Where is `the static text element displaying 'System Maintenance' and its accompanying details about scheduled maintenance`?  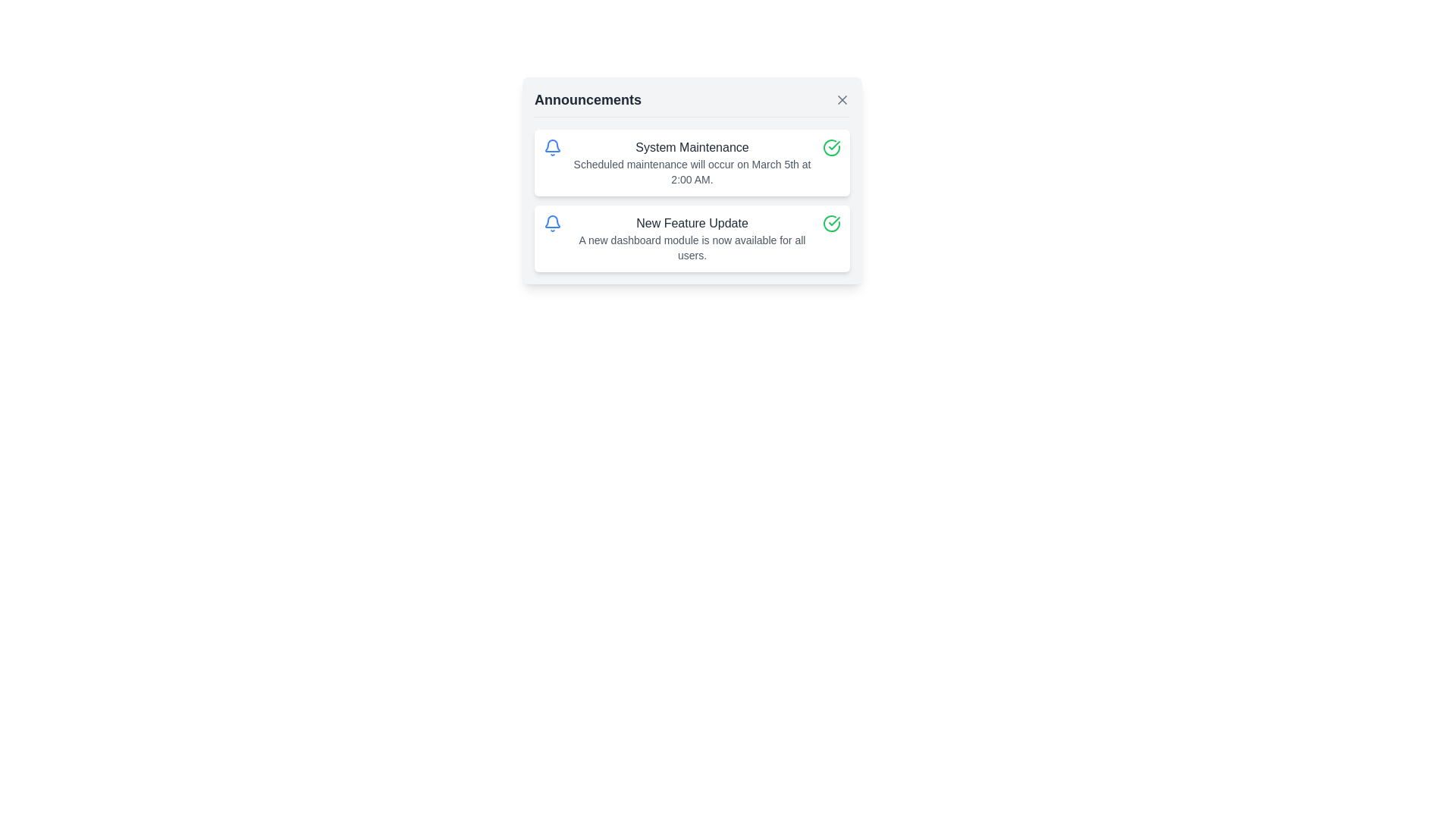 the static text element displaying 'System Maintenance' and its accompanying details about scheduled maintenance is located at coordinates (691, 163).